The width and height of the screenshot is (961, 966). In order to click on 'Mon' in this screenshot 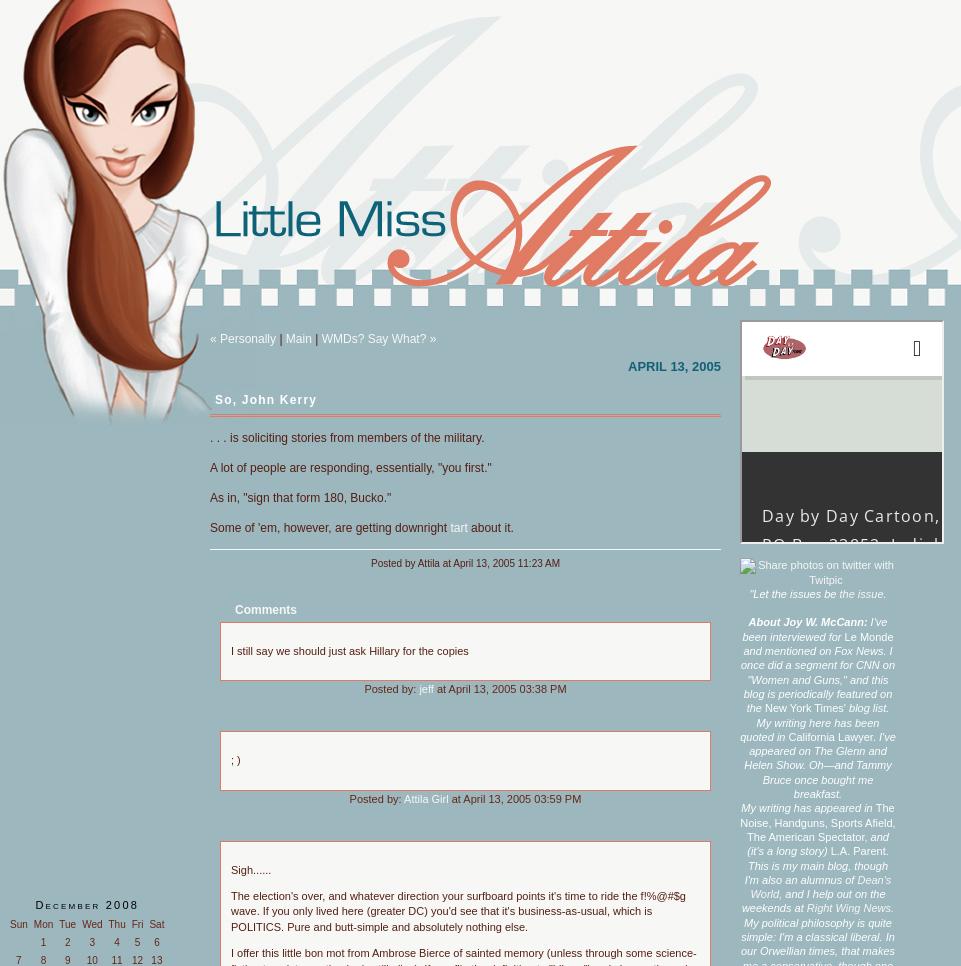, I will do `click(31, 923)`.